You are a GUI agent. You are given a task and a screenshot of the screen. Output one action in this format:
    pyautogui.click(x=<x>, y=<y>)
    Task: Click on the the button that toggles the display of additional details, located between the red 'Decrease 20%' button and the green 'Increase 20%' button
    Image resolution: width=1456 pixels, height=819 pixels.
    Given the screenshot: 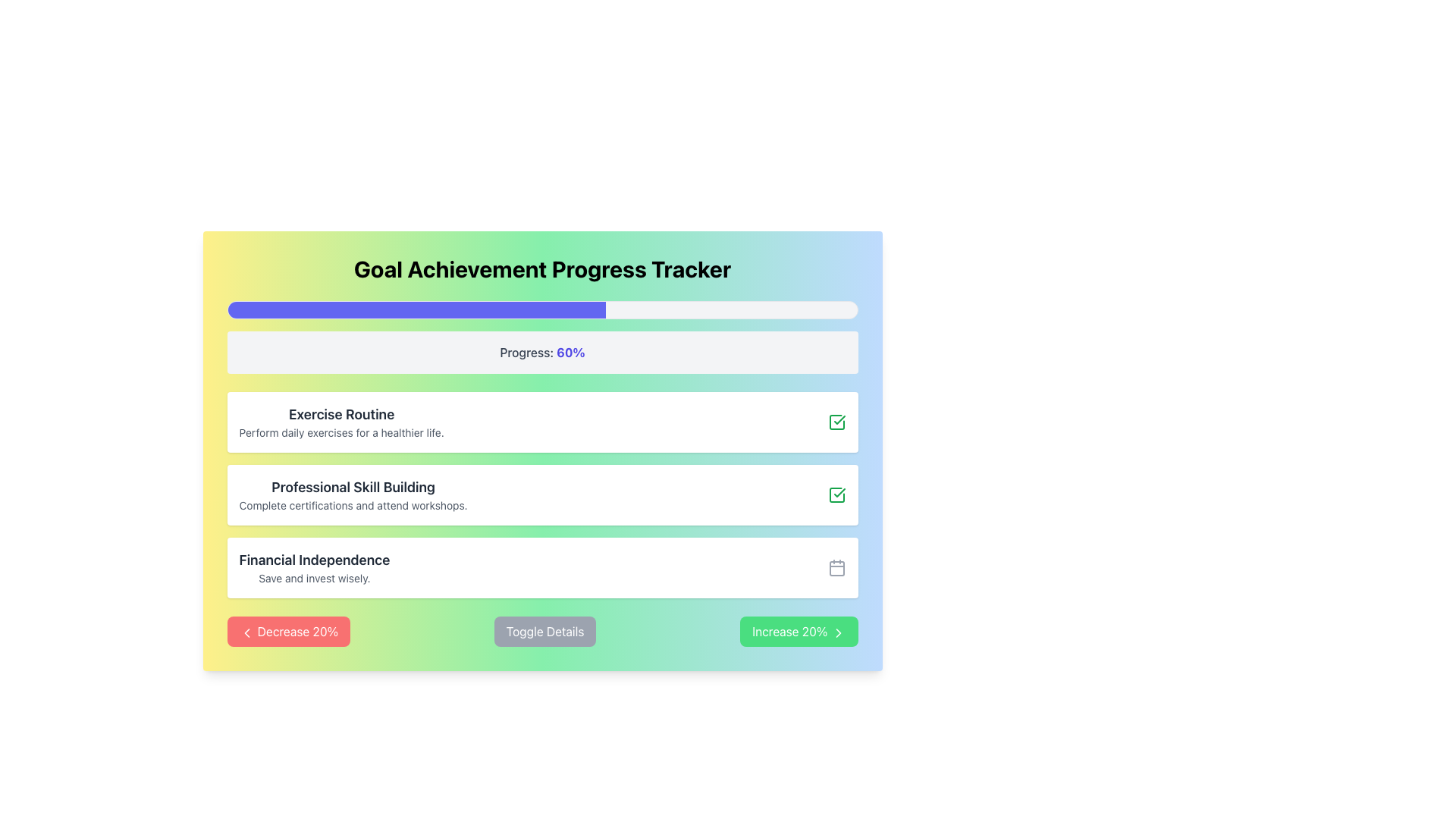 What is the action you would take?
    pyautogui.click(x=545, y=632)
    